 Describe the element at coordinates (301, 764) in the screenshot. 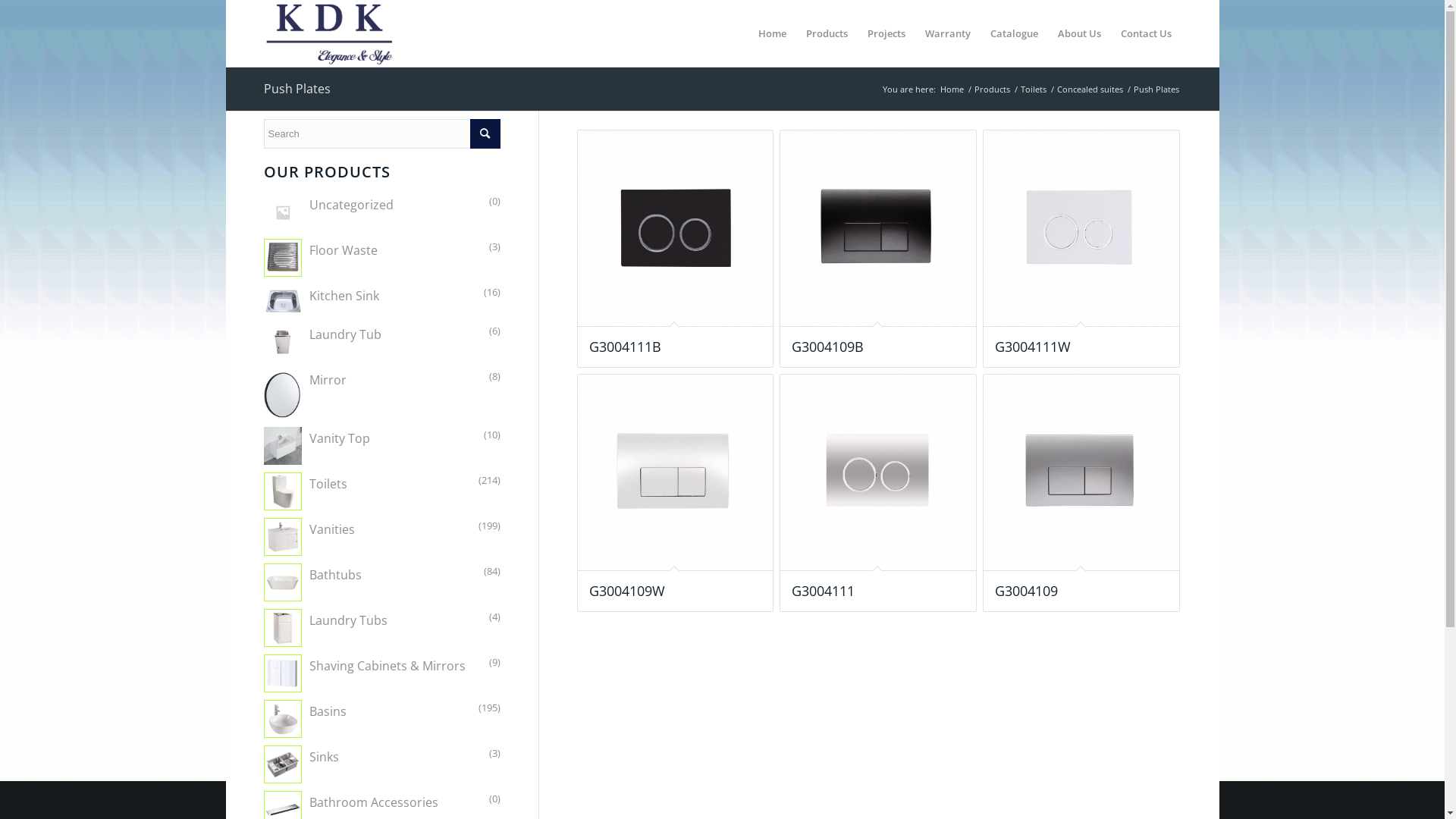

I see `'Sinks'` at that location.